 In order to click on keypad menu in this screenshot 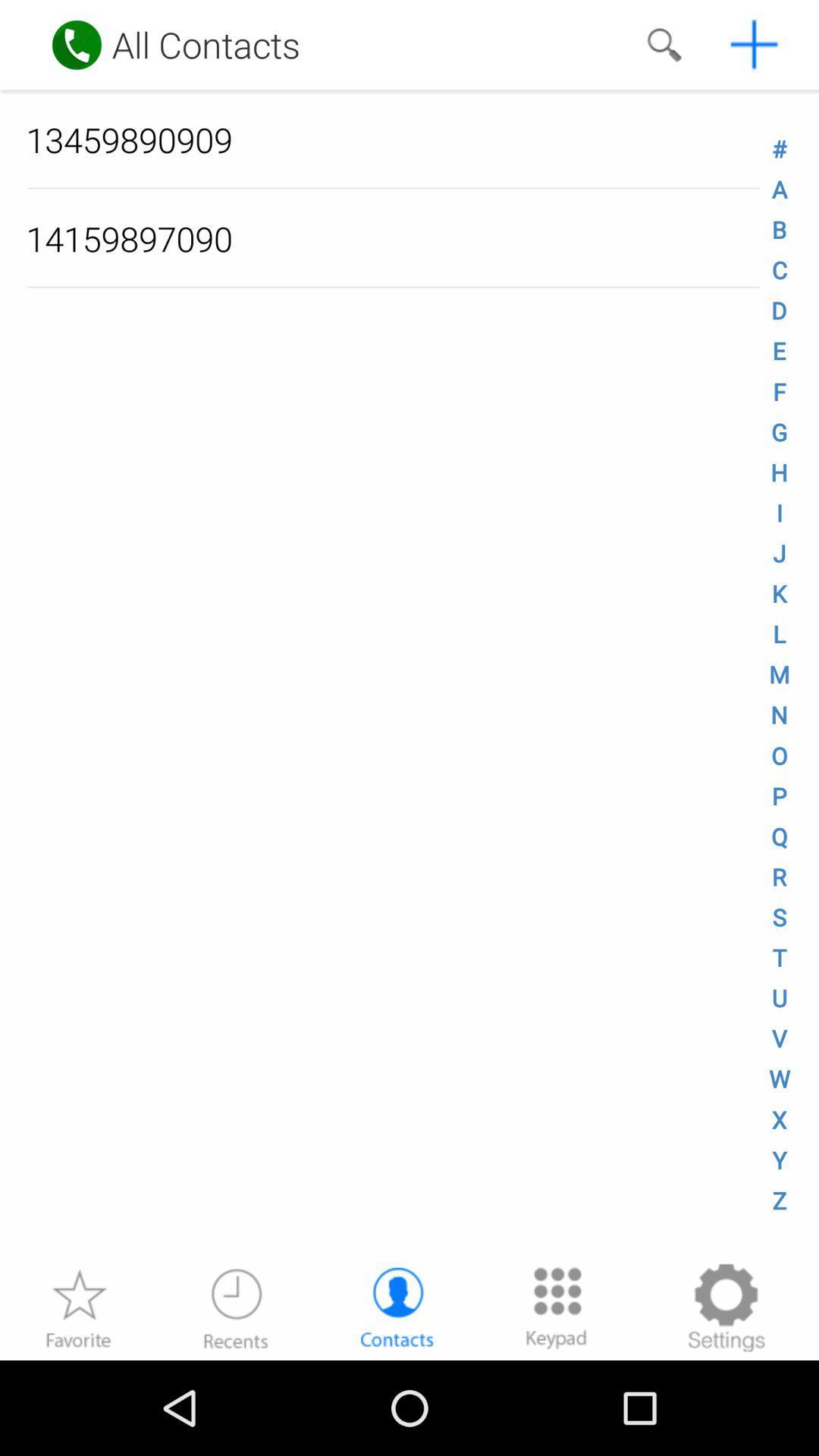, I will do `click(556, 1307)`.